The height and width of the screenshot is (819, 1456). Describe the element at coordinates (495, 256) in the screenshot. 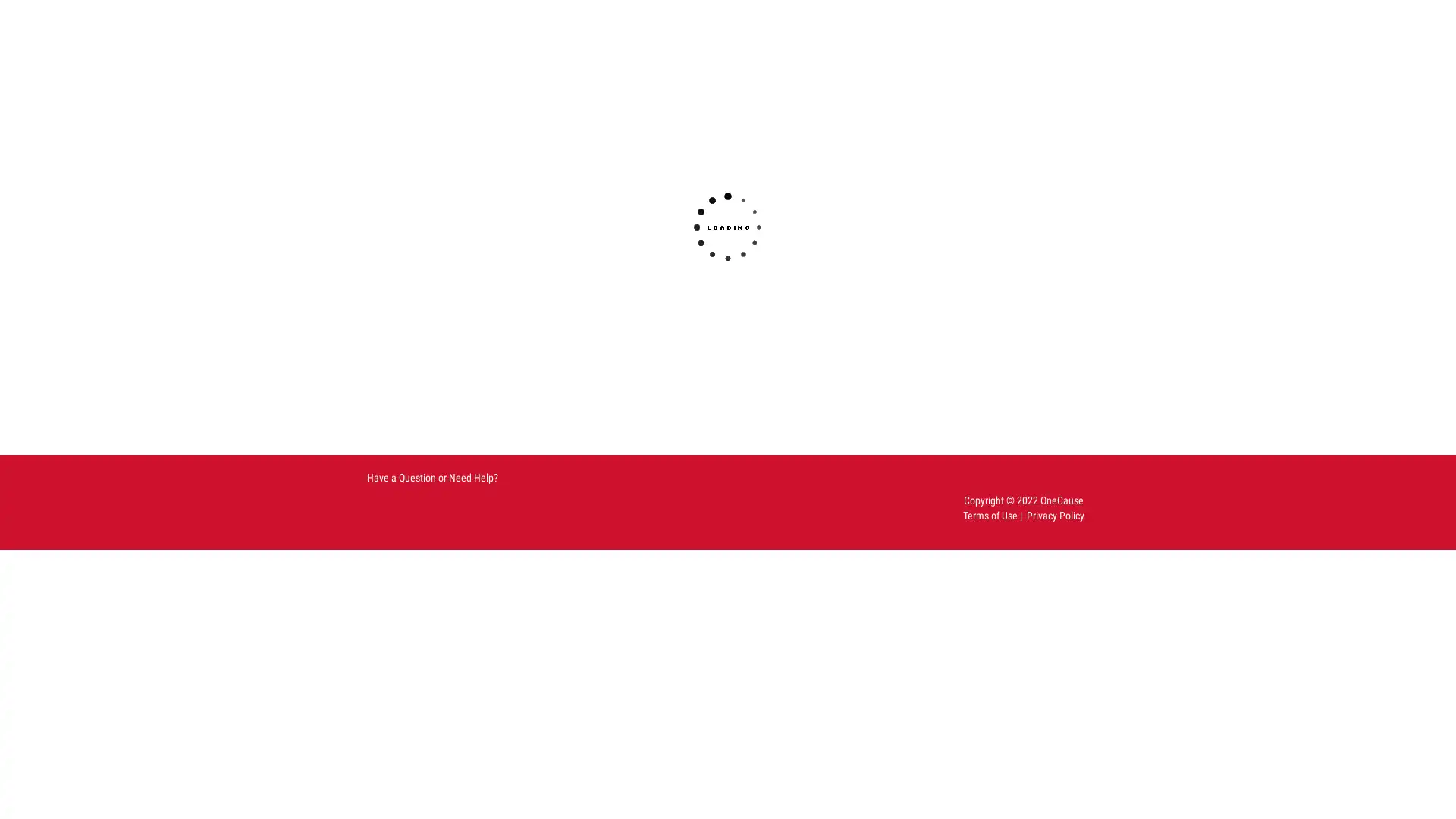

I see `$1,000` at that location.